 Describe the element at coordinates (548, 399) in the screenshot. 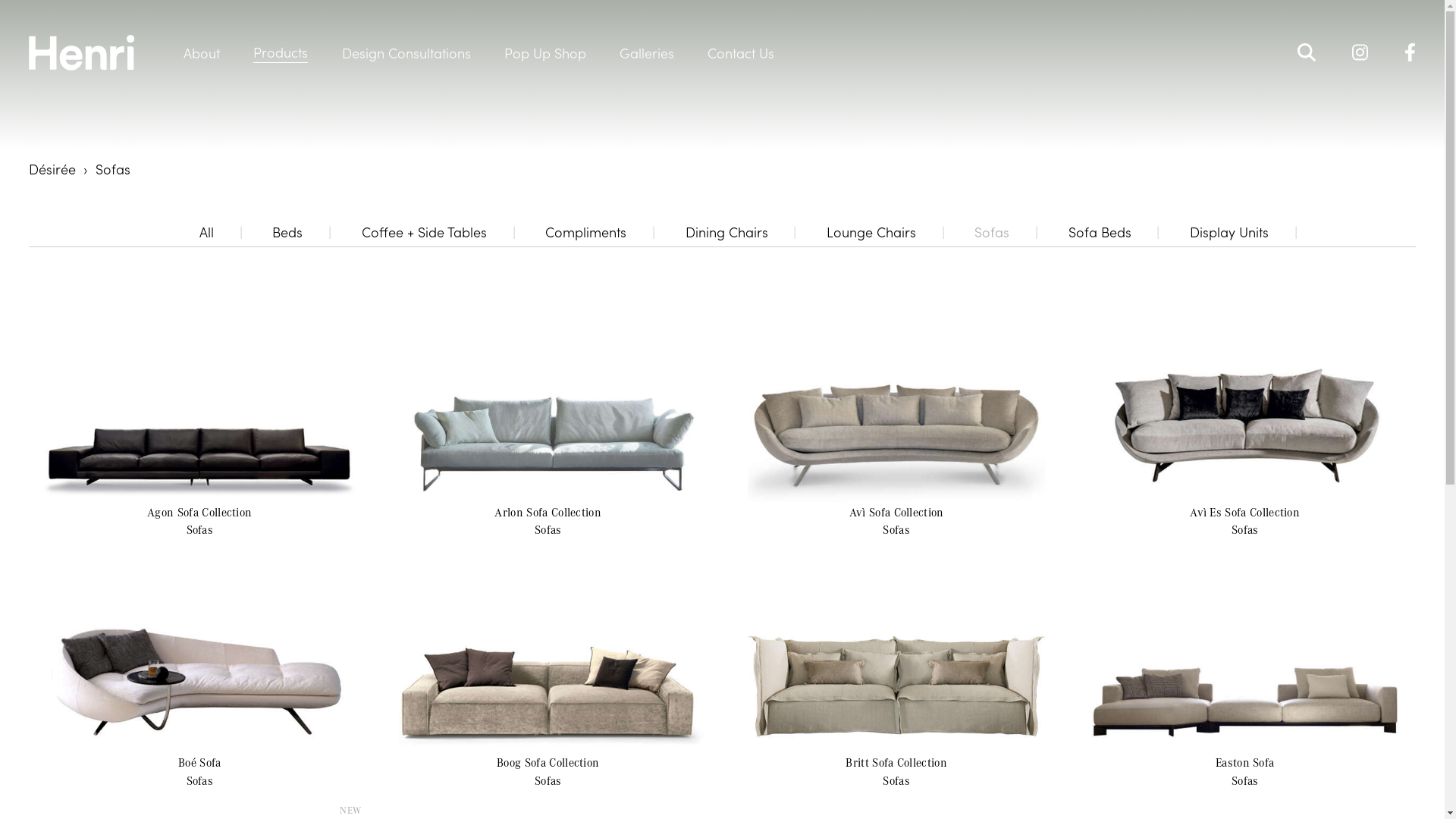

I see `'Arlon - Sofa Collection / Sofas'` at that location.